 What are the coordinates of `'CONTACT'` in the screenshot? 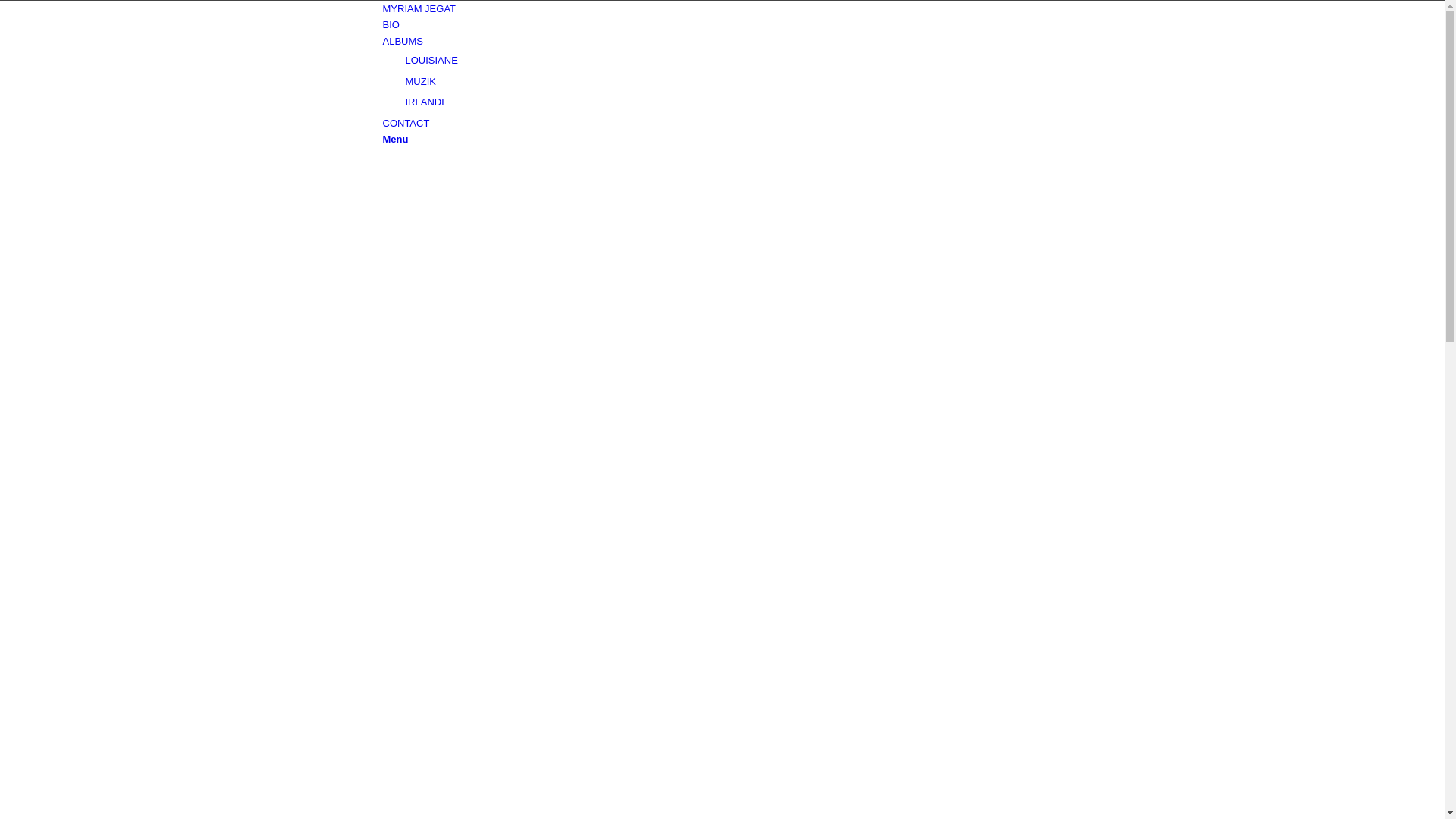 It's located at (405, 122).